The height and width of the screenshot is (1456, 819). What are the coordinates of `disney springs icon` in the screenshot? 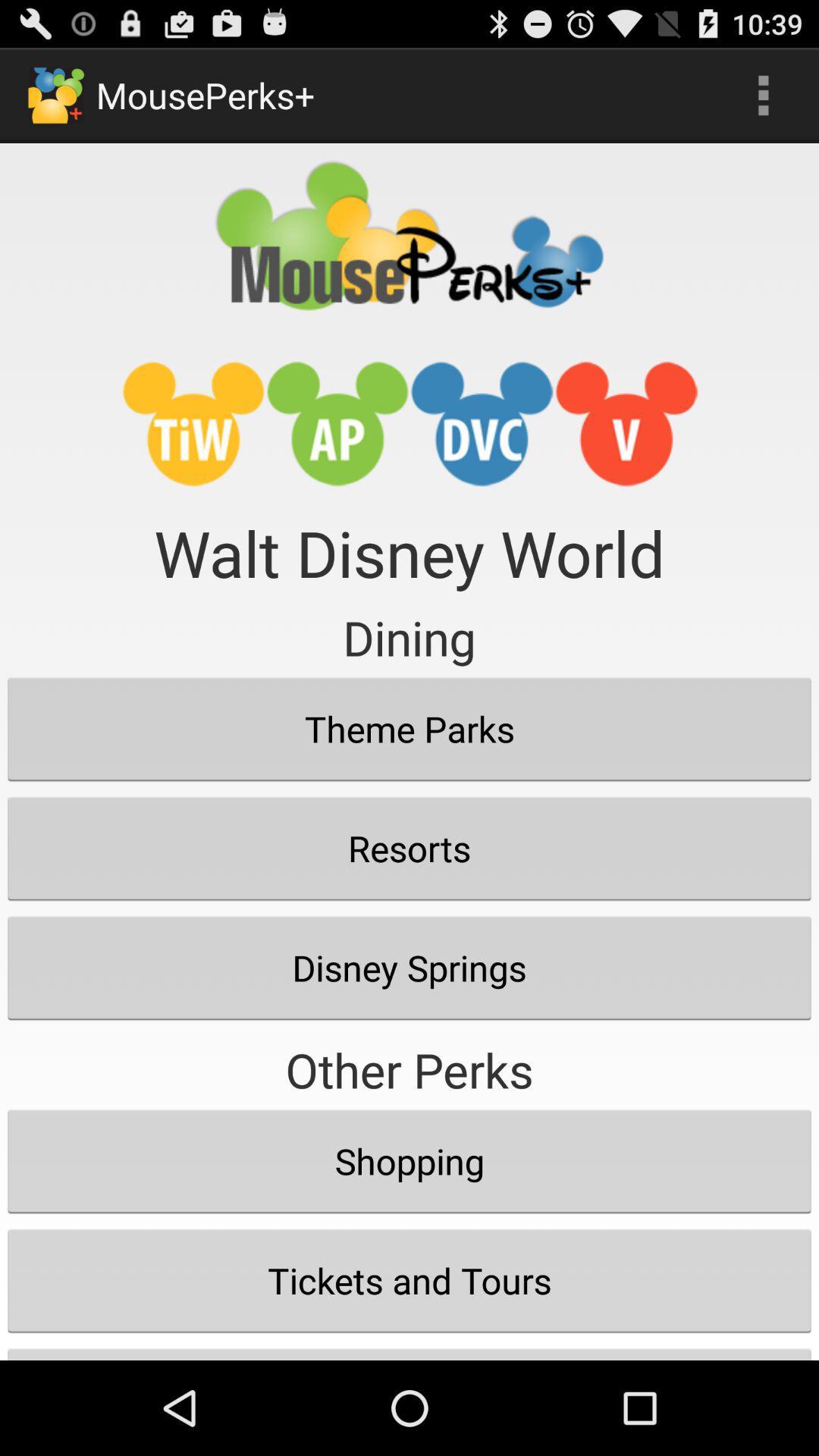 It's located at (409, 967).